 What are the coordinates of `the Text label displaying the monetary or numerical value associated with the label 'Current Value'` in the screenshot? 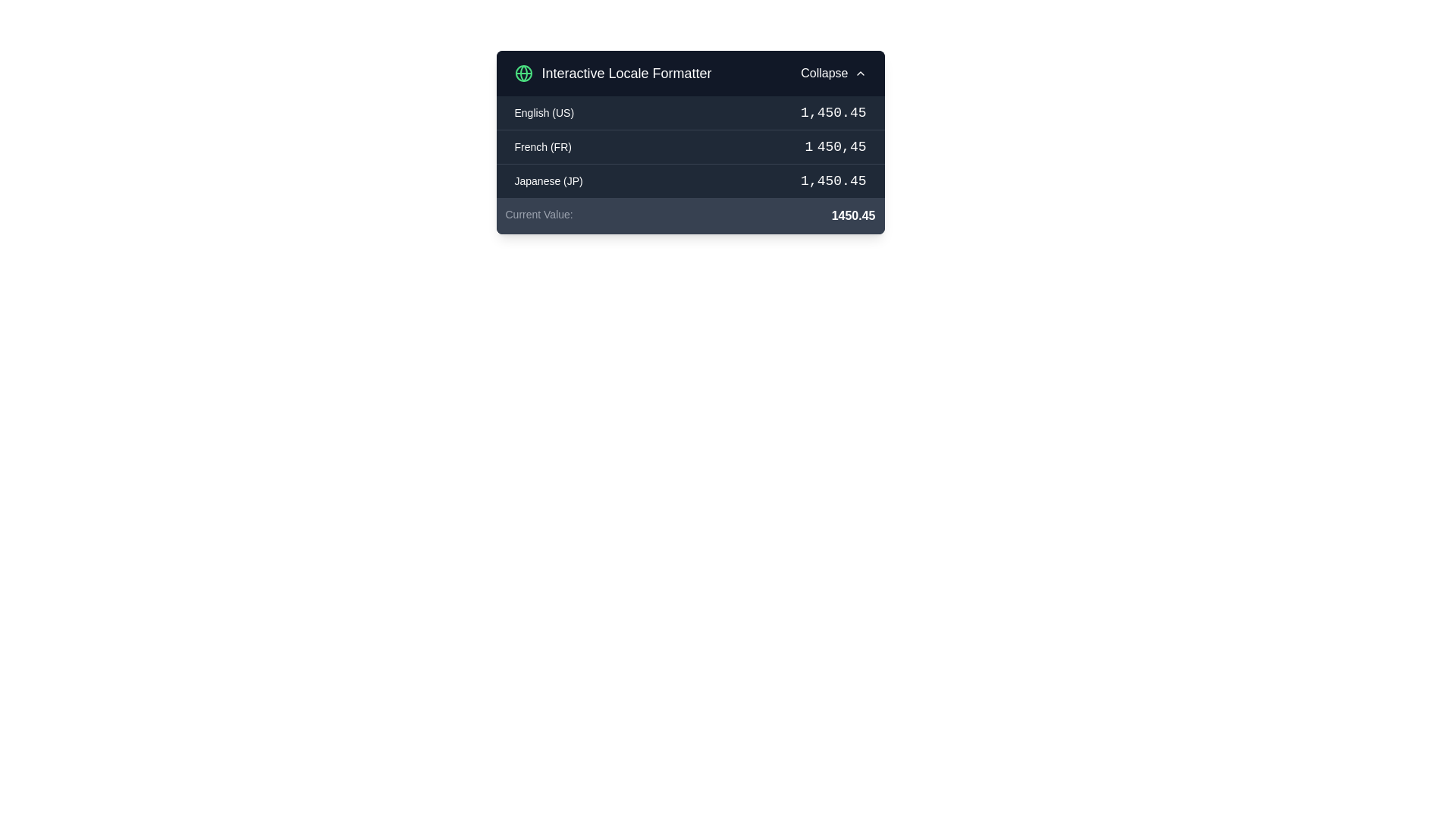 It's located at (853, 216).